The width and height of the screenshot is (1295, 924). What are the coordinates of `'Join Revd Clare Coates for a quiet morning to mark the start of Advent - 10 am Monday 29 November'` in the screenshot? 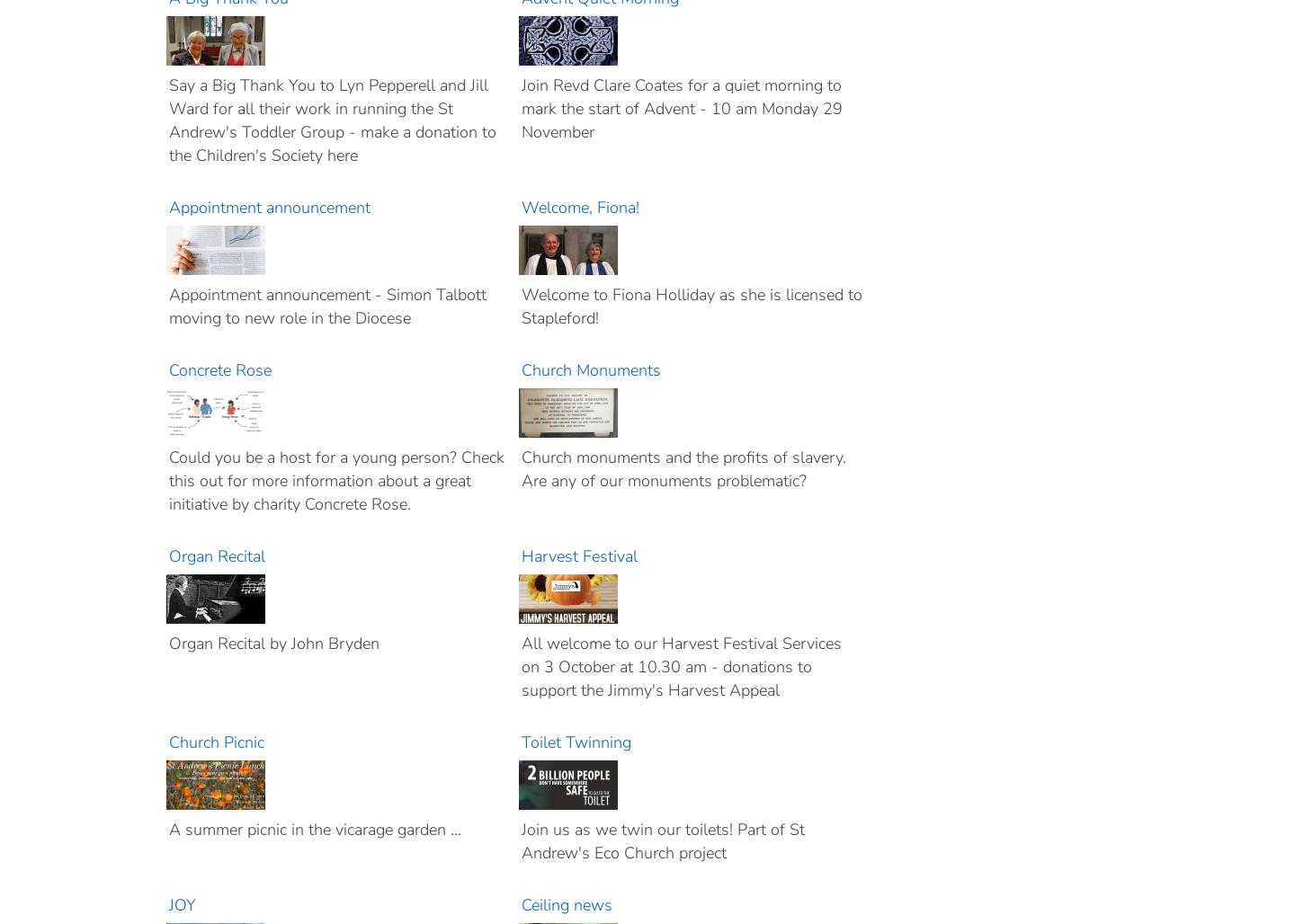 It's located at (521, 107).